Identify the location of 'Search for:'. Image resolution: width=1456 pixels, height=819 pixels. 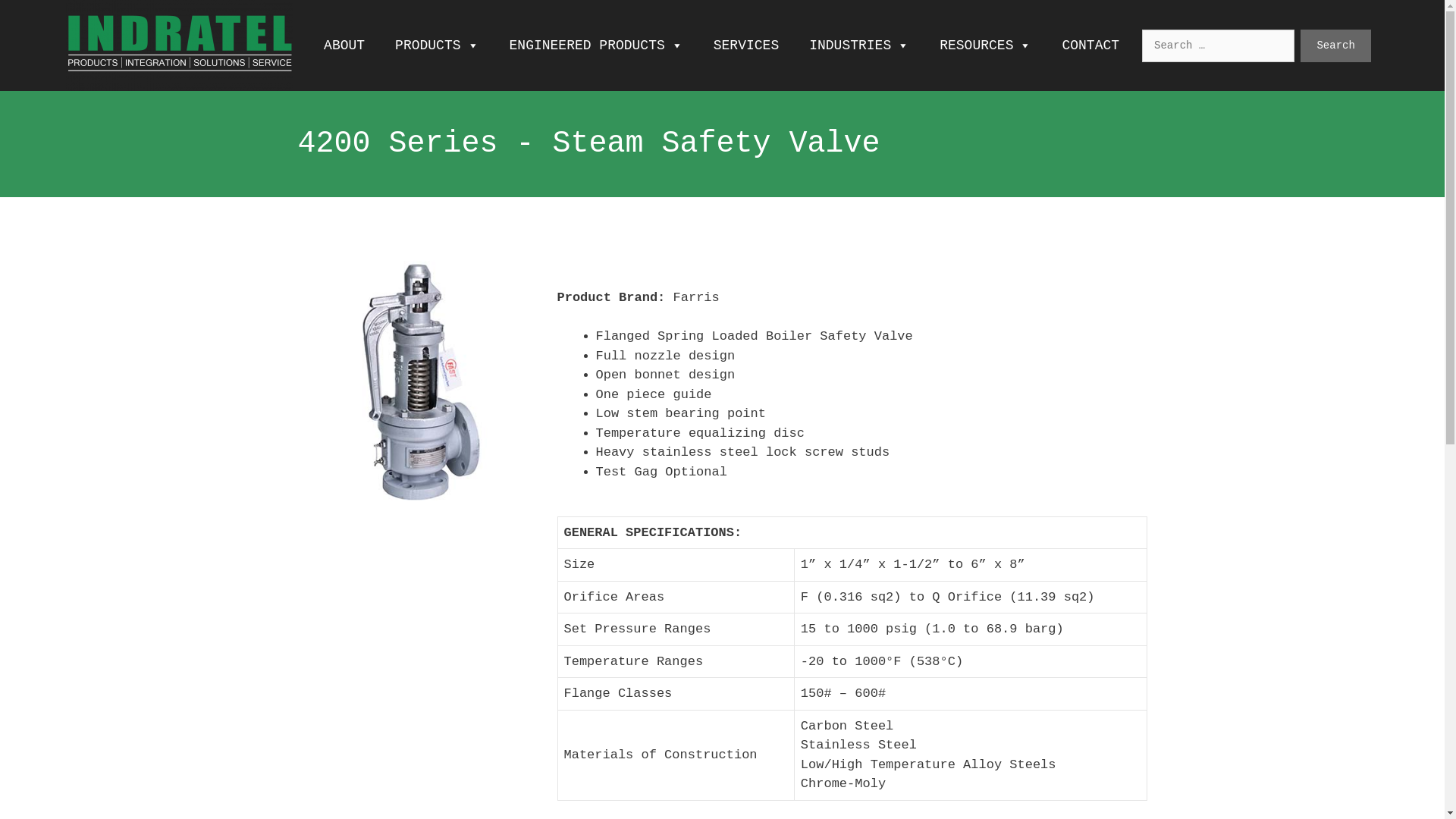
(1218, 44).